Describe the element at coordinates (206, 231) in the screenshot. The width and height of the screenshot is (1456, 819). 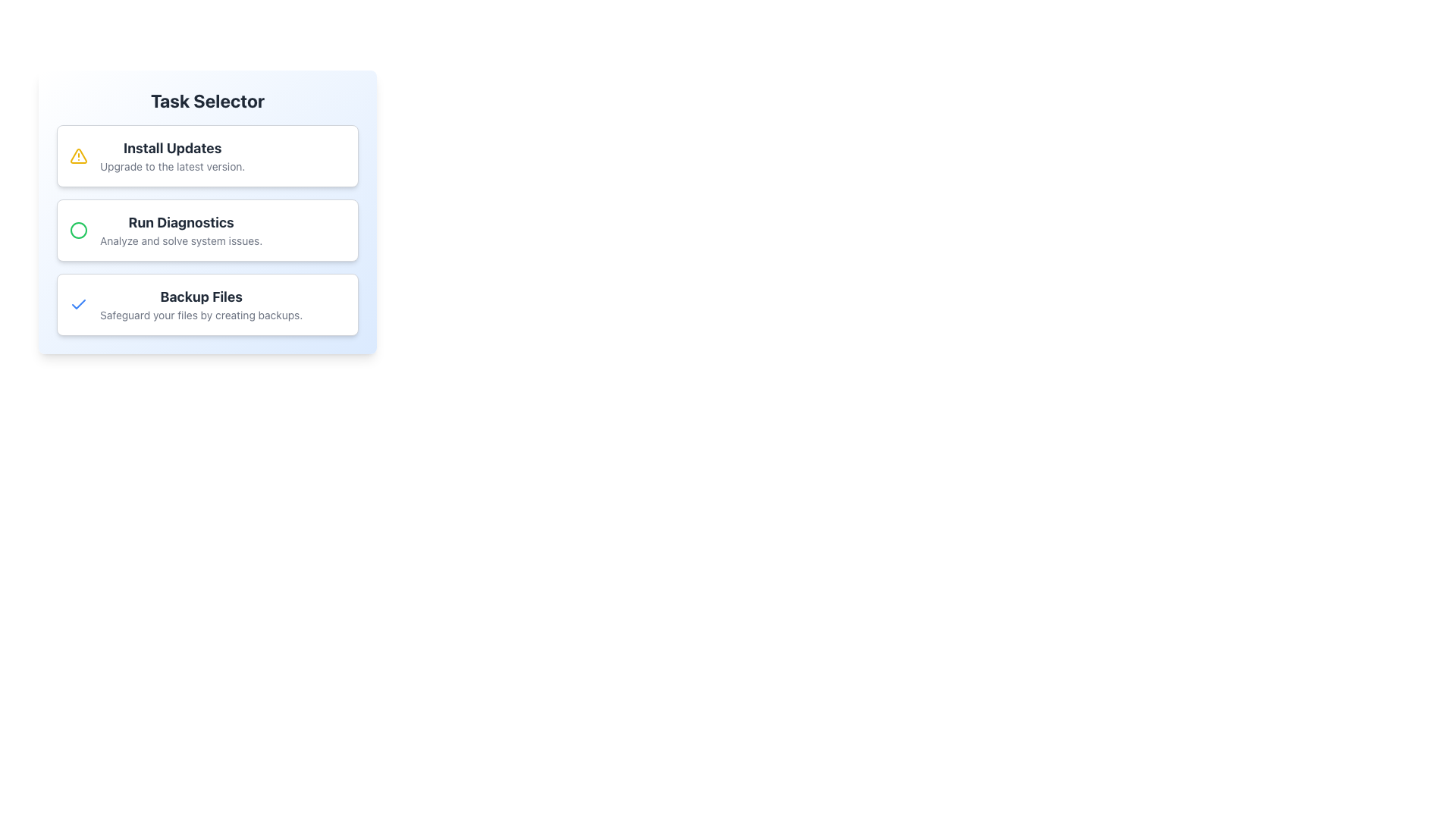
I see `the second interactive card labeled 'Run Diagnostics' in the 'Task Selector' section` at that location.